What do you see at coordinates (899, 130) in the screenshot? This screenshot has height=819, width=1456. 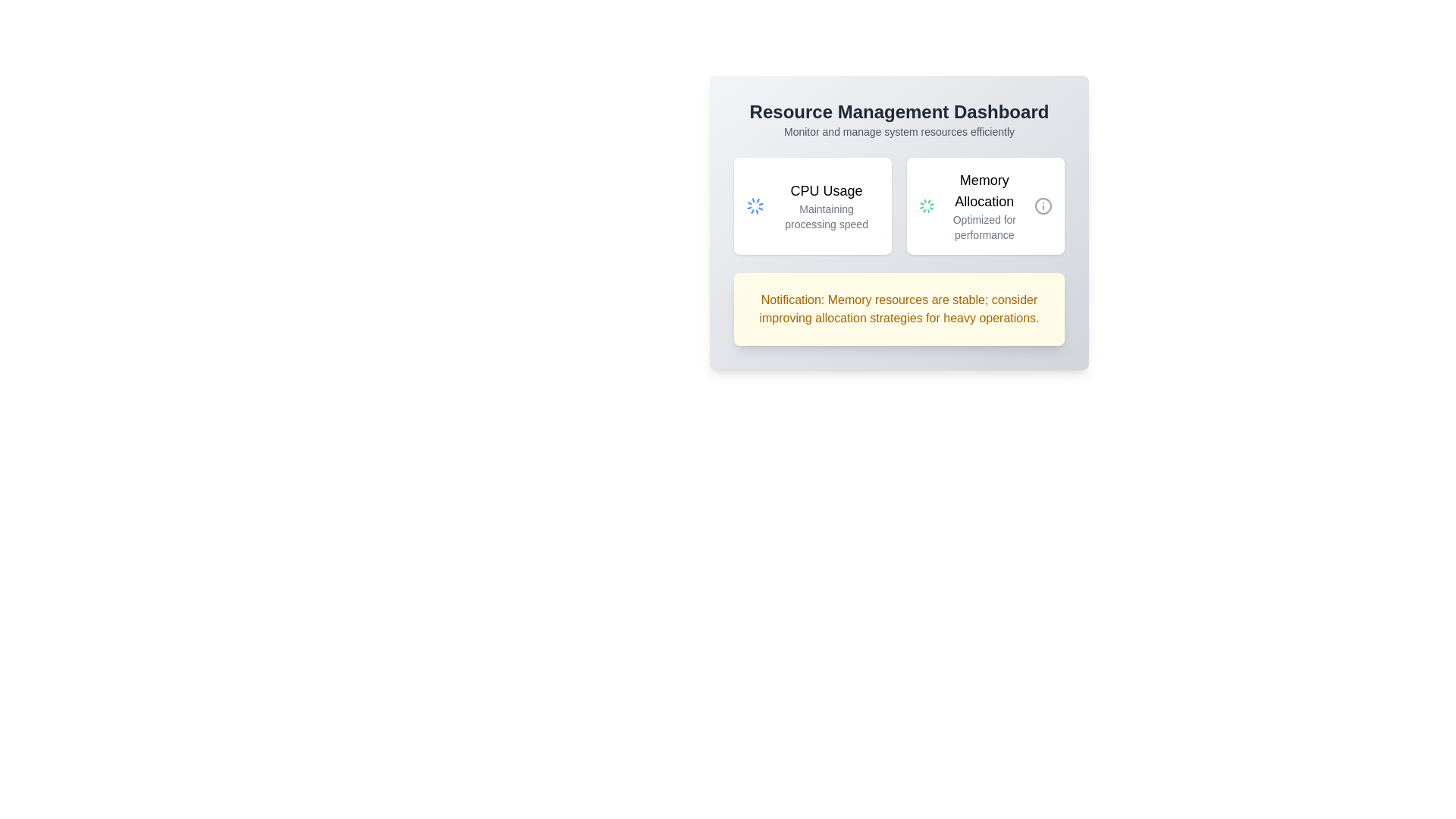 I see `the text label displaying 'Monitor and manage system resources efficiently', which is positioned below the title 'Resource Management Dashboard'` at bounding box center [899, 130].